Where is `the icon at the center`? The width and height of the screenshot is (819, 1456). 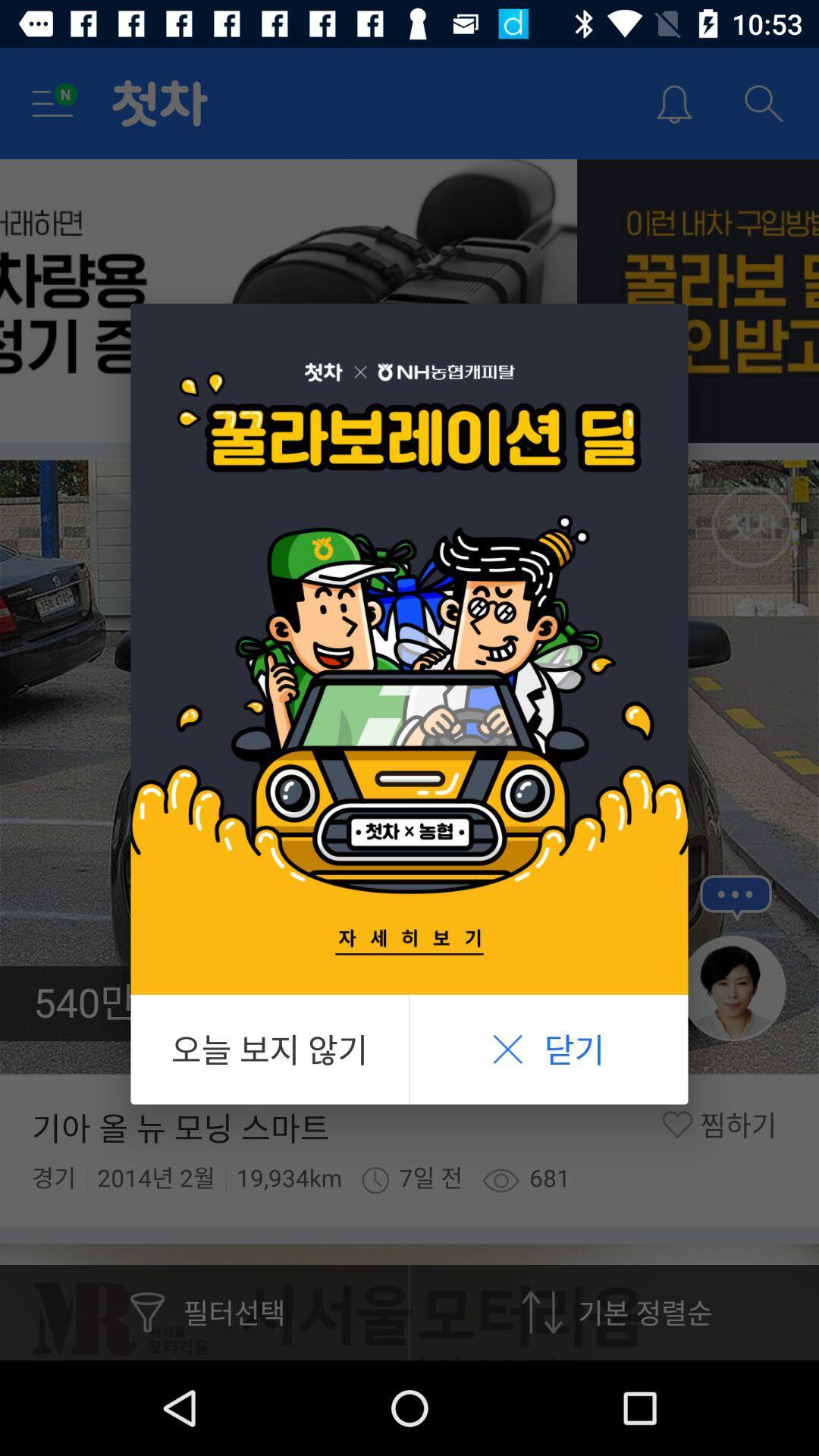
the icon at the center is located at coordinates (409, 649).